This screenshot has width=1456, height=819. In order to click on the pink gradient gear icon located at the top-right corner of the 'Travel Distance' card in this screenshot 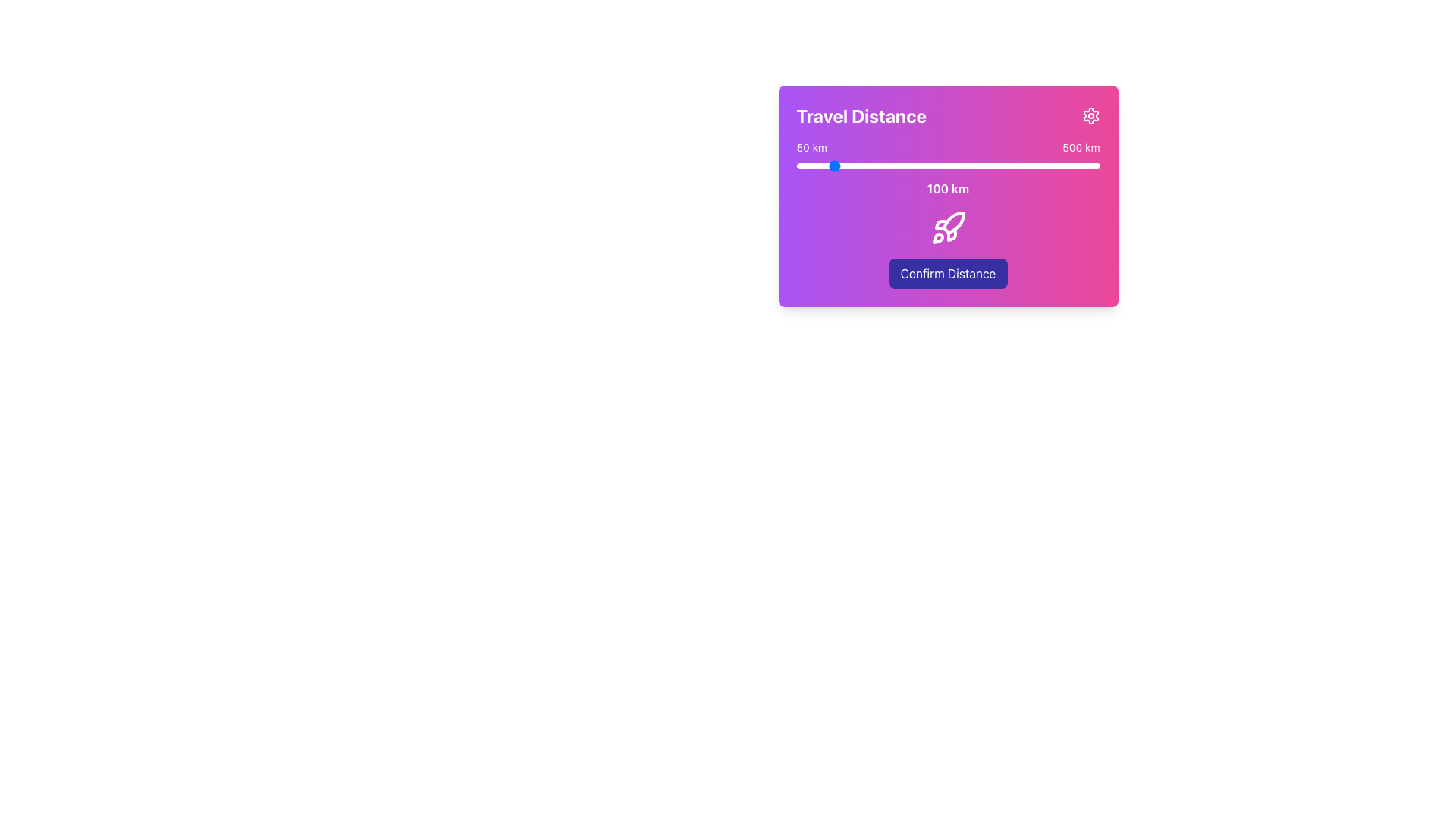, I will do `click(1090, 115)`.